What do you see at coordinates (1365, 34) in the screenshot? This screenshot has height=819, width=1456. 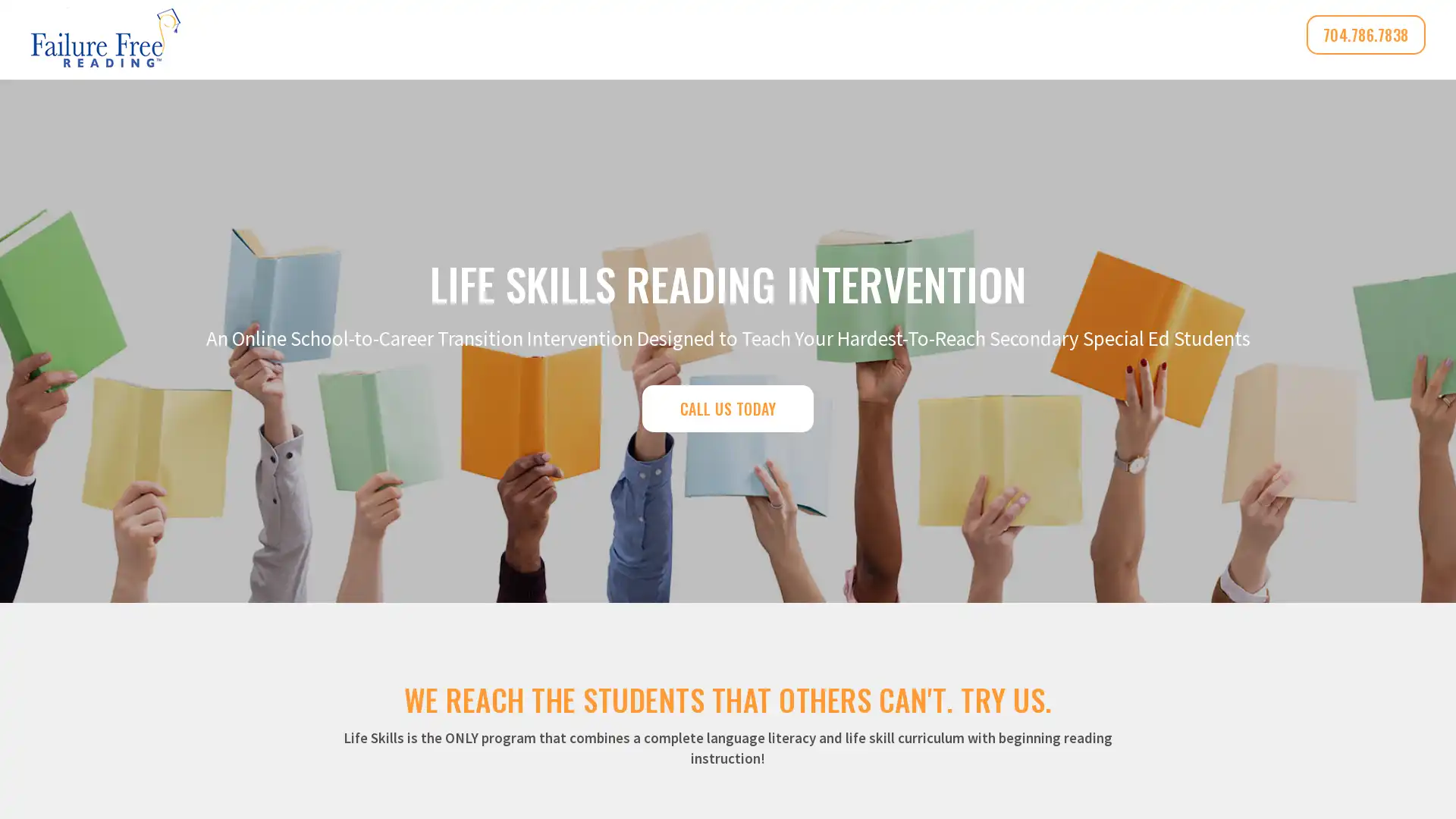 I see `704.786.7838` at bounding box center [1365, 34].